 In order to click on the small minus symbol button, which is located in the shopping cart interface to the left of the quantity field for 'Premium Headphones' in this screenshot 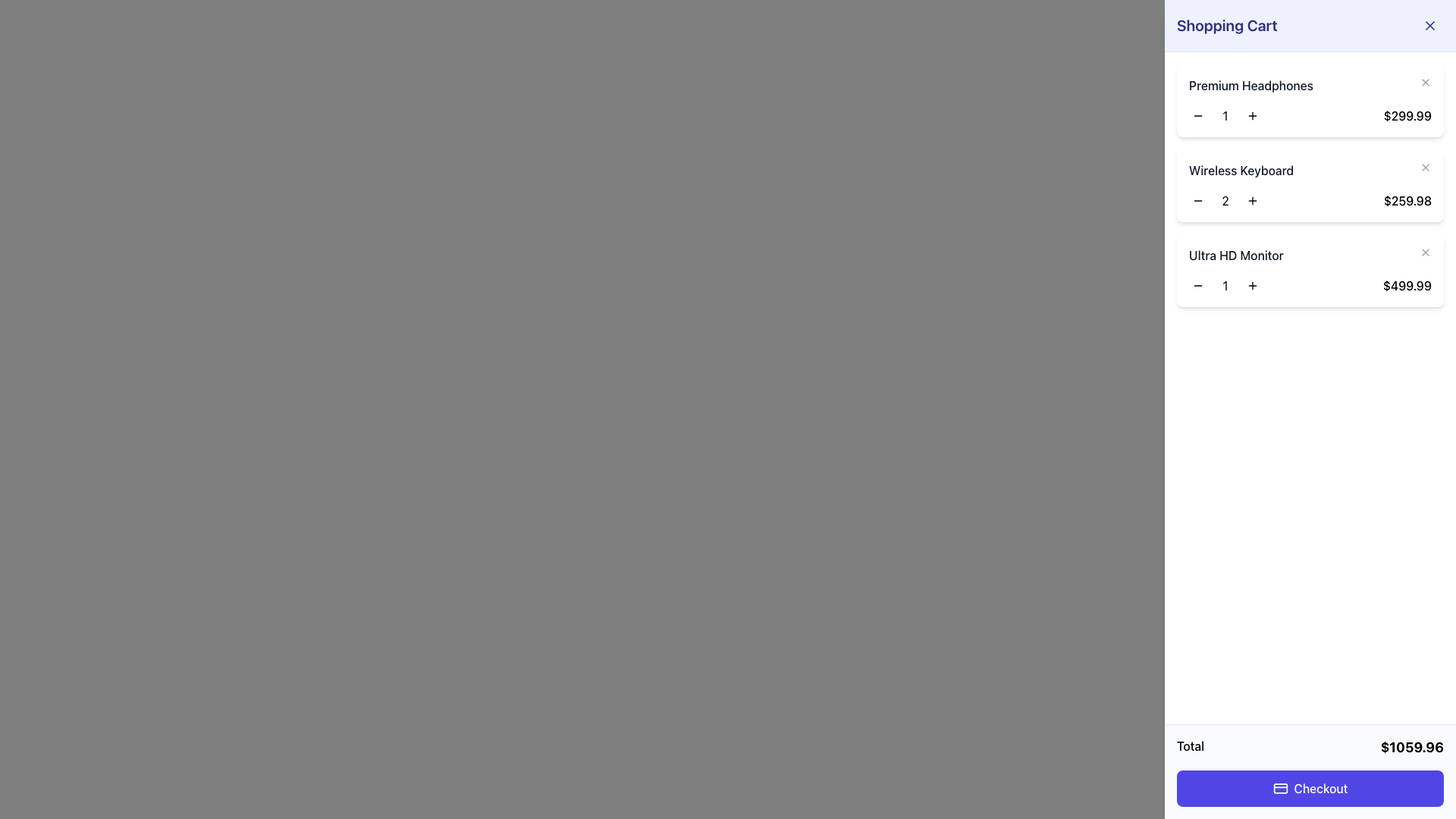, I will do `click(1197, 115)`.